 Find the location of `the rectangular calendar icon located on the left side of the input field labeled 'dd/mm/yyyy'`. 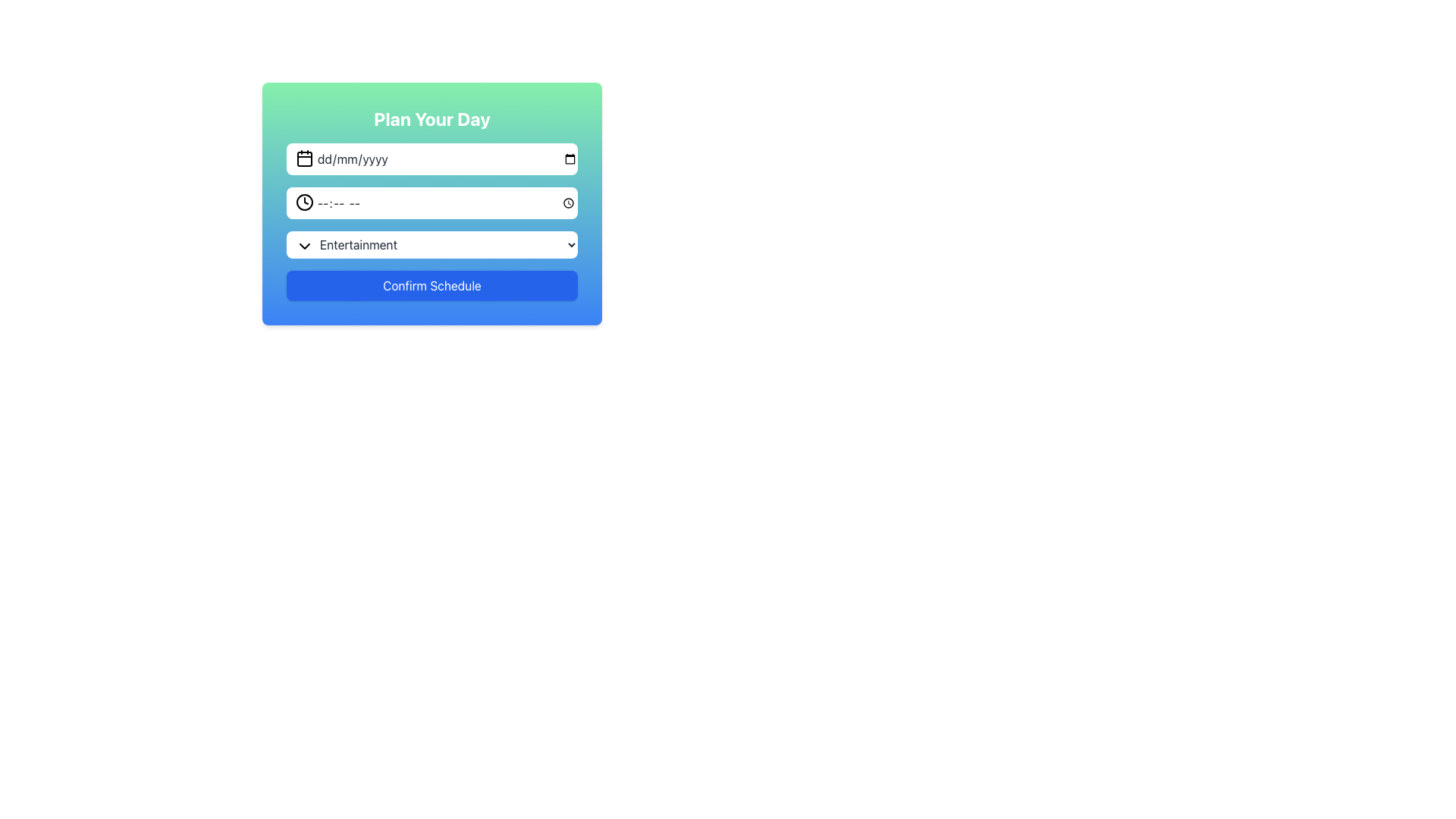

the rectangular calendar icon located on the left side of the input field labeled 'dd/mm/yyyy' is located at coordinates (304, 158).